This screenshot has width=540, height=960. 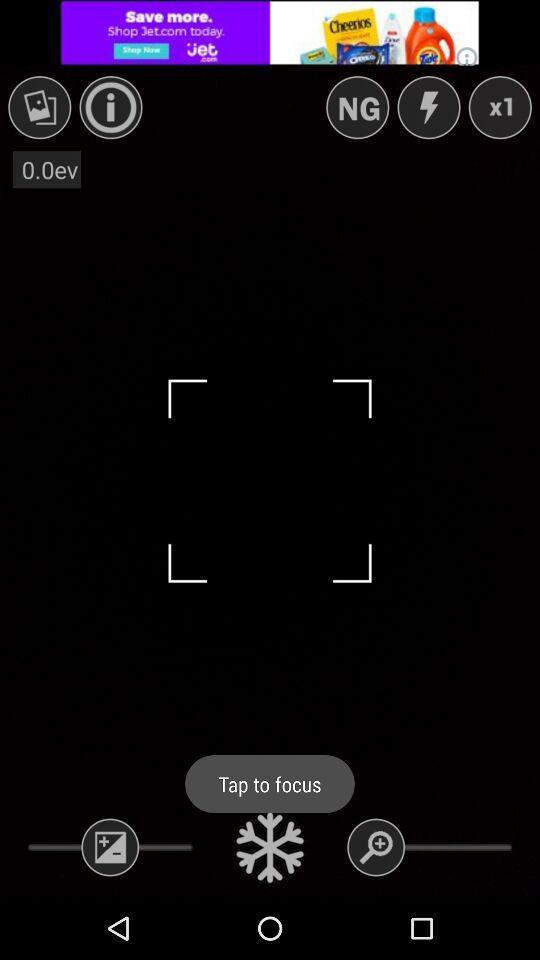 I want to click on advertisement, so click(x=270, y=31).